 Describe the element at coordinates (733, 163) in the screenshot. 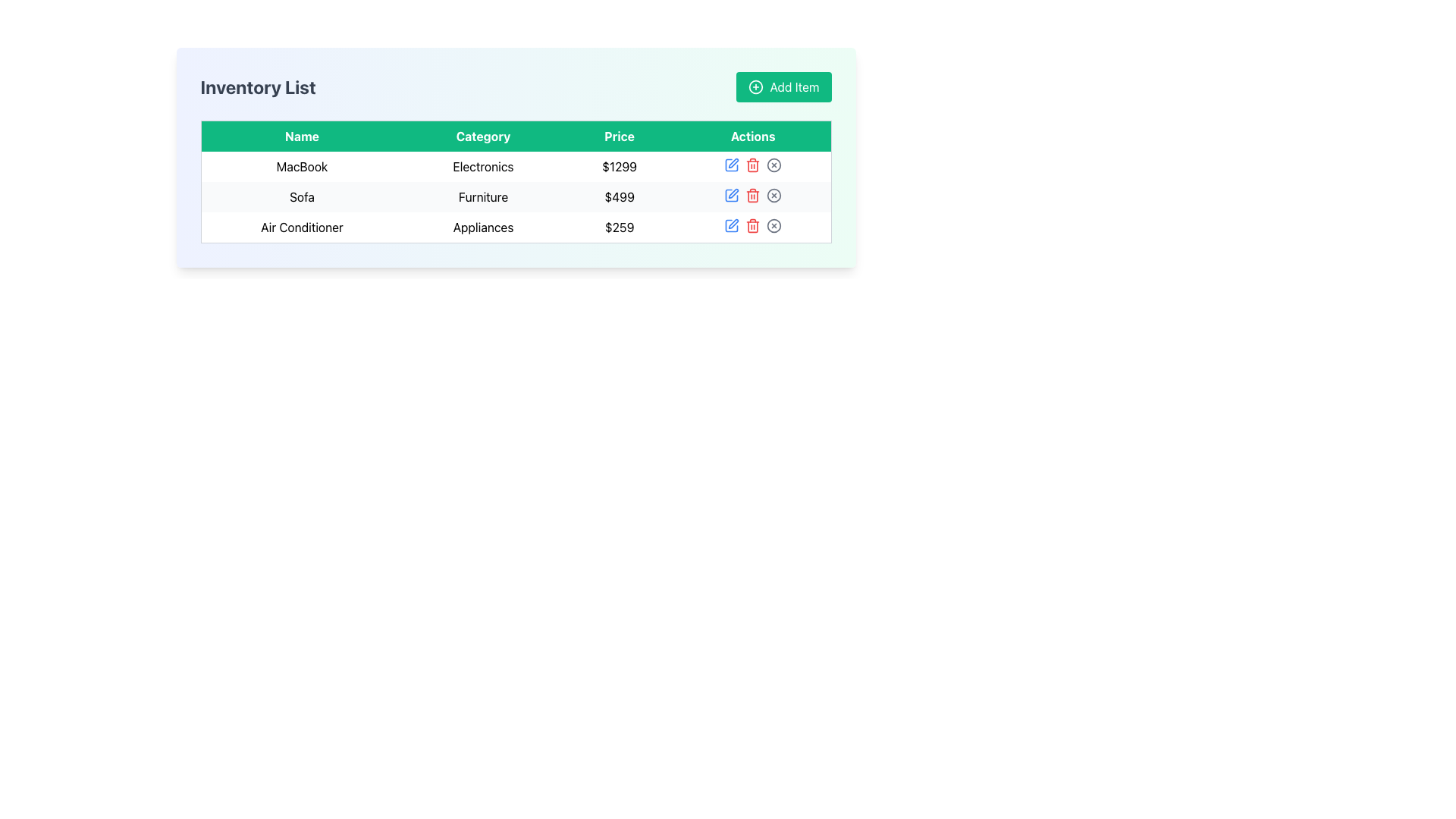

I see `the pencil icon in the 'Actions' column of the inventory list` at that location.